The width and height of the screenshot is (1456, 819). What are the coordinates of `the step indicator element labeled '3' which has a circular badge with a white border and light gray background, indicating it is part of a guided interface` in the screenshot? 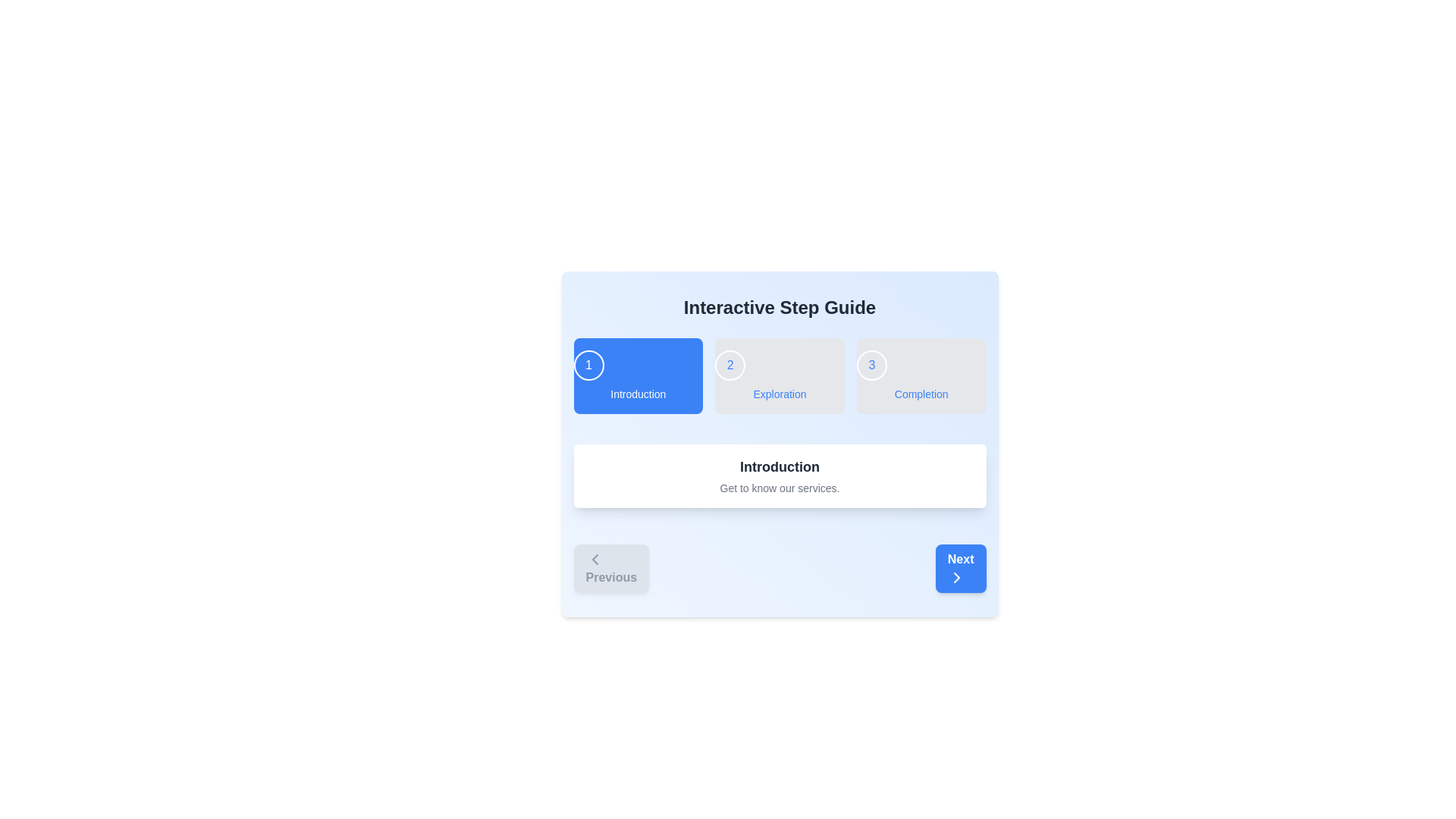 It's located at (871, 366).